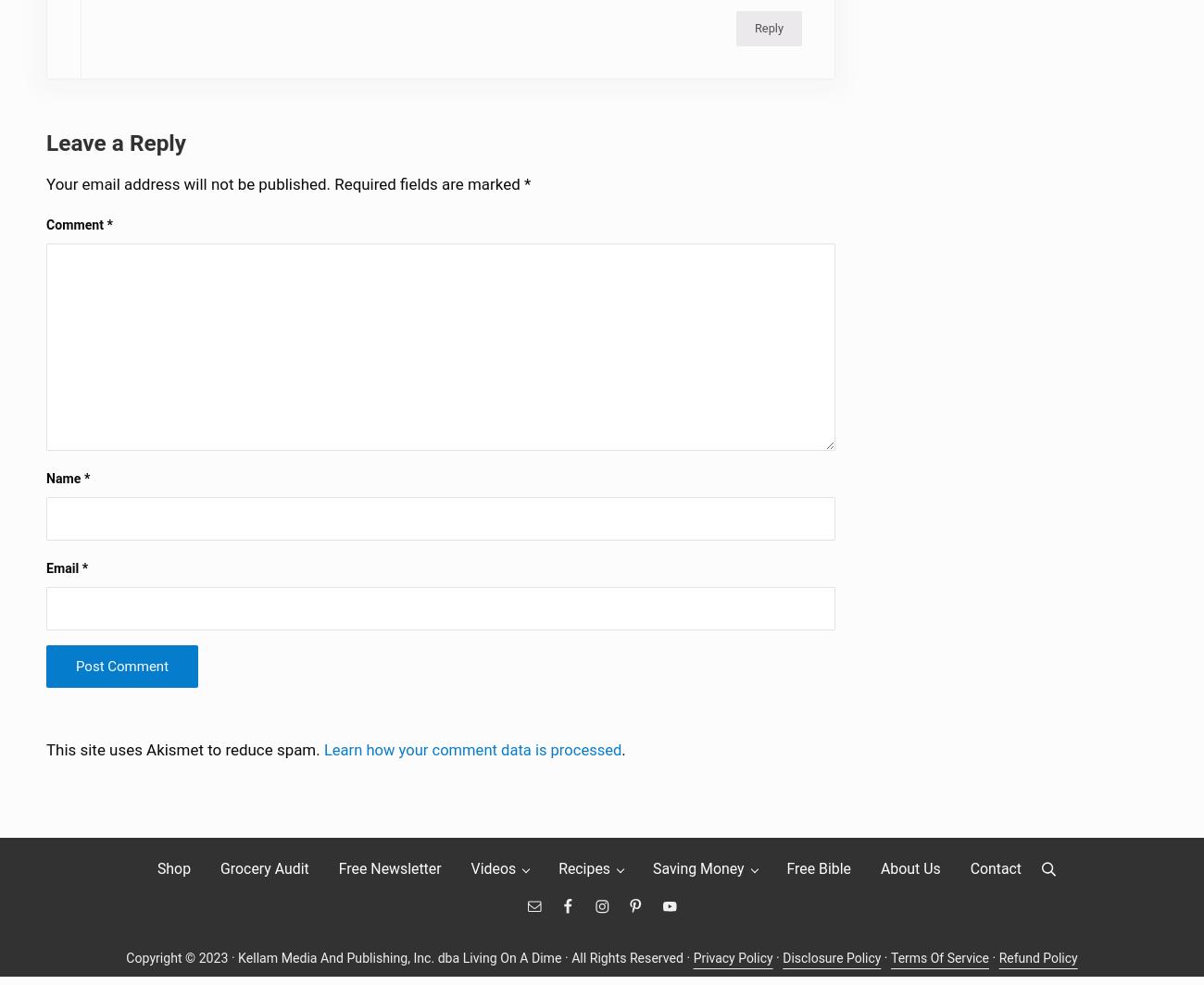 The image size is (1204, 985). What do you see at coordinates (583, 880) in the screenshot?
I see `'Recipes'` at bounding box center [583, 880].